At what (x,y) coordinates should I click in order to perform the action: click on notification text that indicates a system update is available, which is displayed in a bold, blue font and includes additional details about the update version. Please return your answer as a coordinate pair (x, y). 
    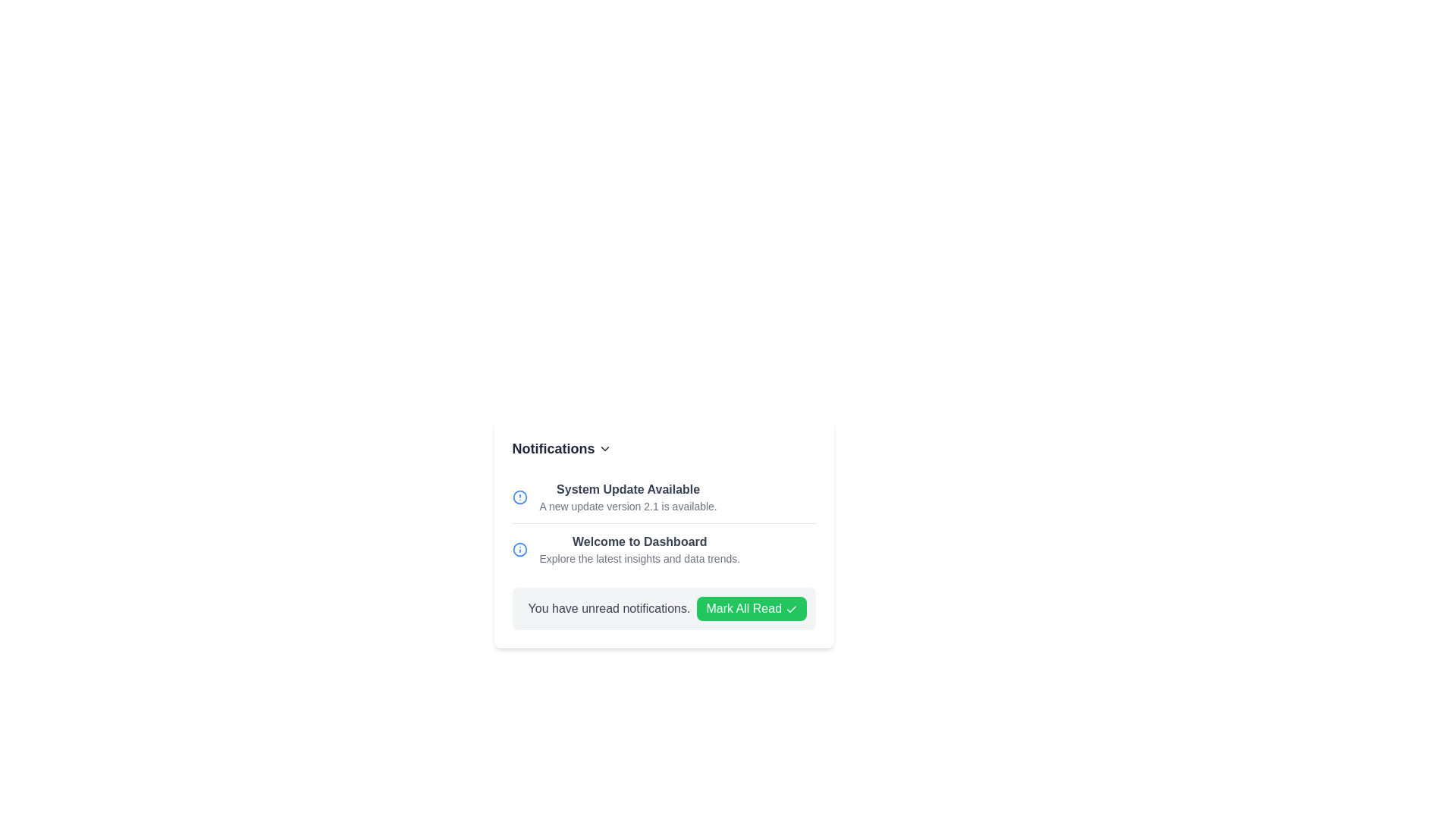
    Looking at the image, I should click on (664, 497).